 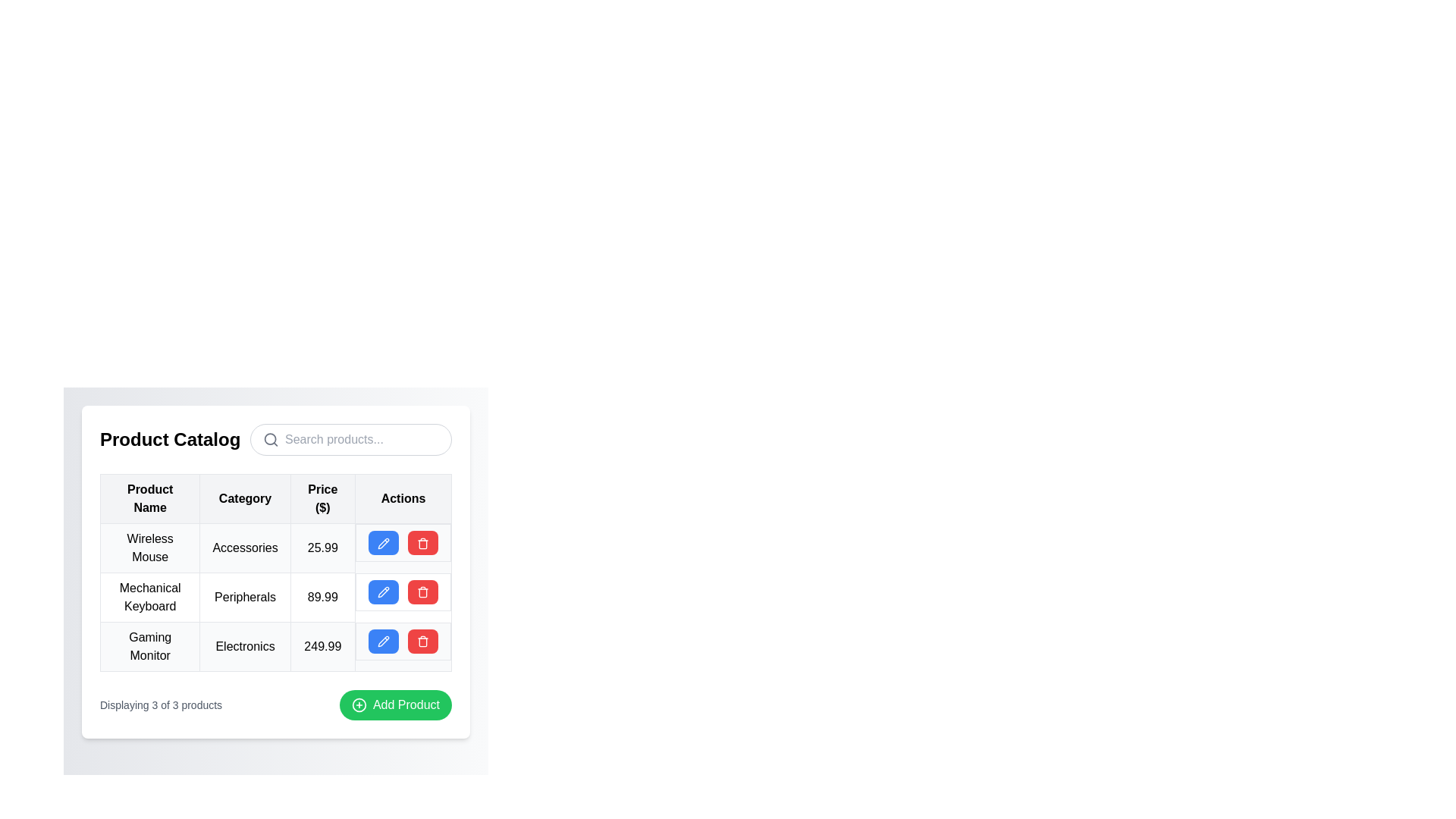 What do you see at coordinates (383, 642) in the screenshot?
I see `the pencil icon within the blue rounded button located in the 'Actions' column of the last row in a product listing table to initiate editing` at bounding box center [383, 642].